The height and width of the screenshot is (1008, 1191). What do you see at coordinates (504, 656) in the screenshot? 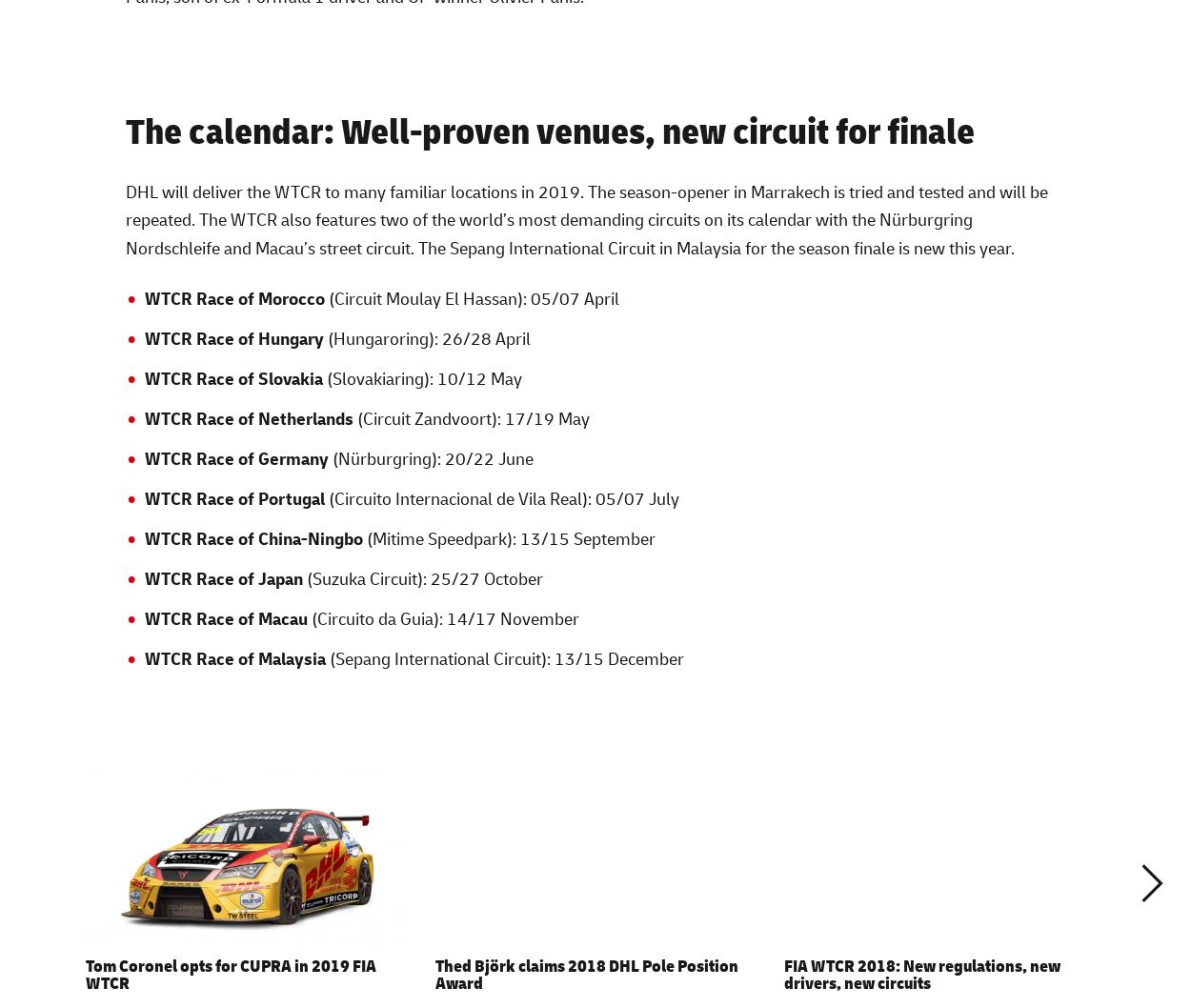
I see `'(Sepang International Circuit): 13/15 December'` at bounding box center [504, 656].